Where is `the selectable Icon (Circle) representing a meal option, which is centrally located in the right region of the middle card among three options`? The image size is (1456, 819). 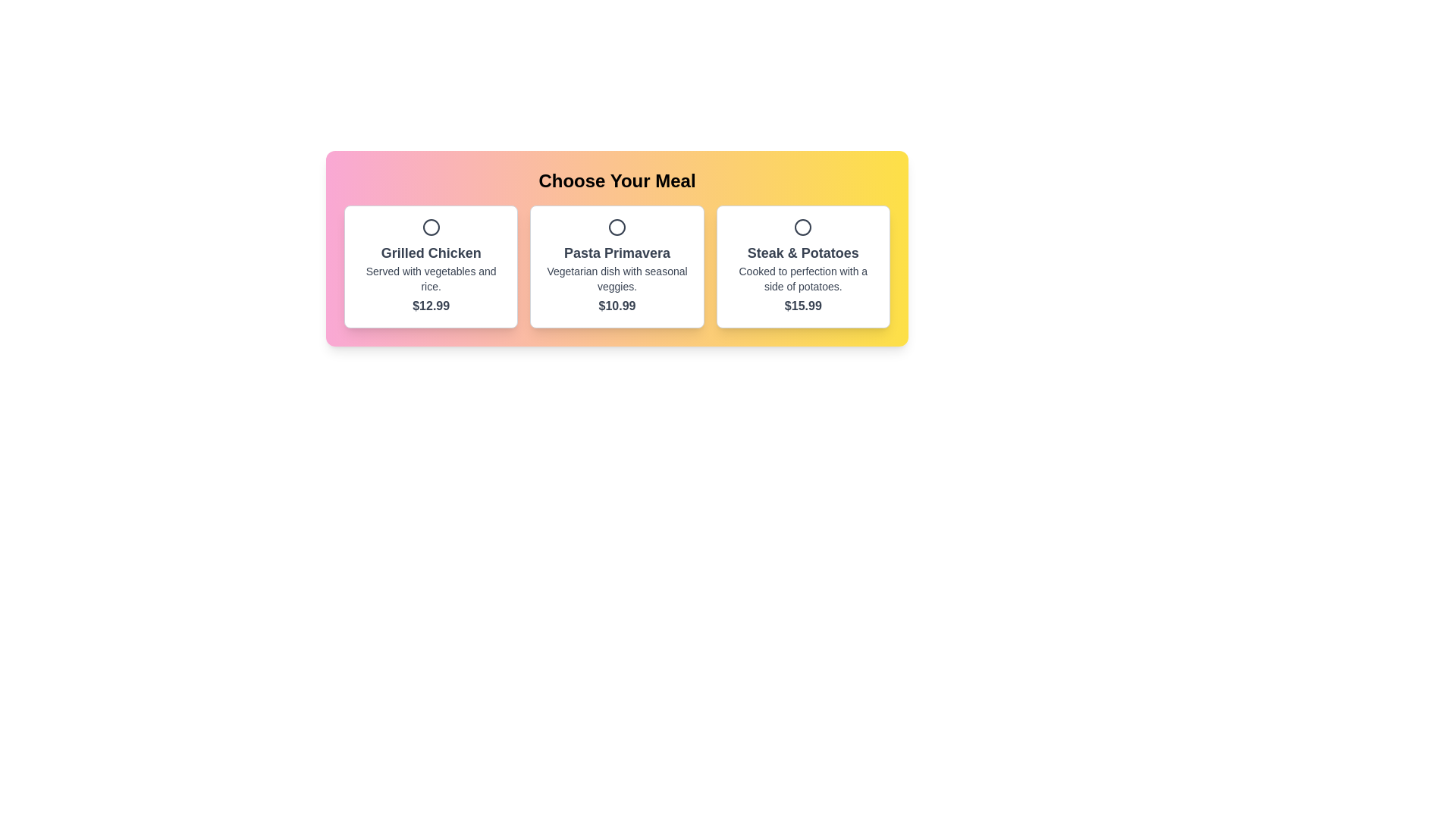
the selectable Icon (Circle) representing a meal option, which is centrally located in the right region of the middle card among three options is located at coordinates (617, 227).